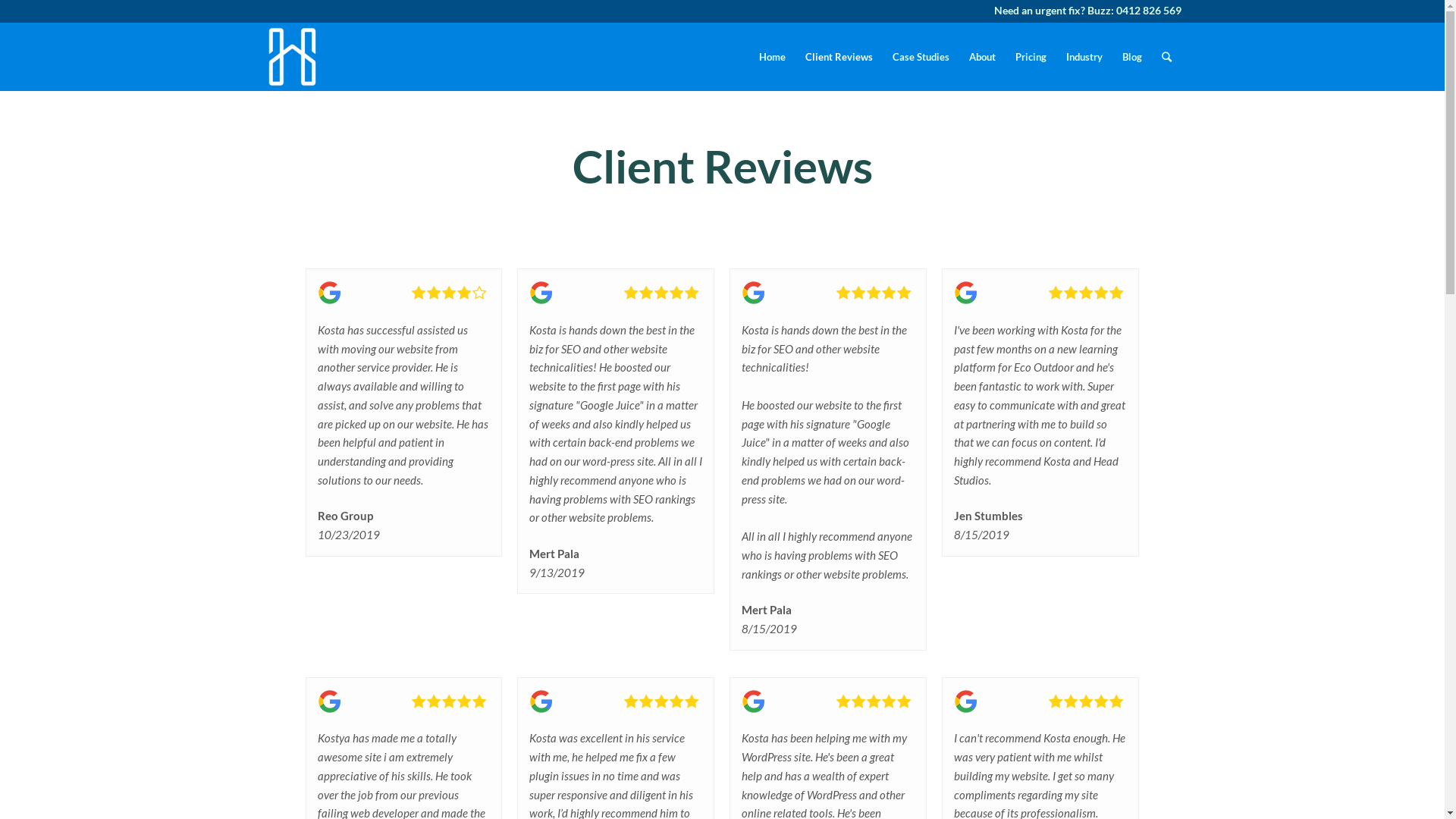 This screenshot has width=1456, height=819. Describe the element at coordinates (749, 55) in the screenshot. I see `'Home'` at that location.